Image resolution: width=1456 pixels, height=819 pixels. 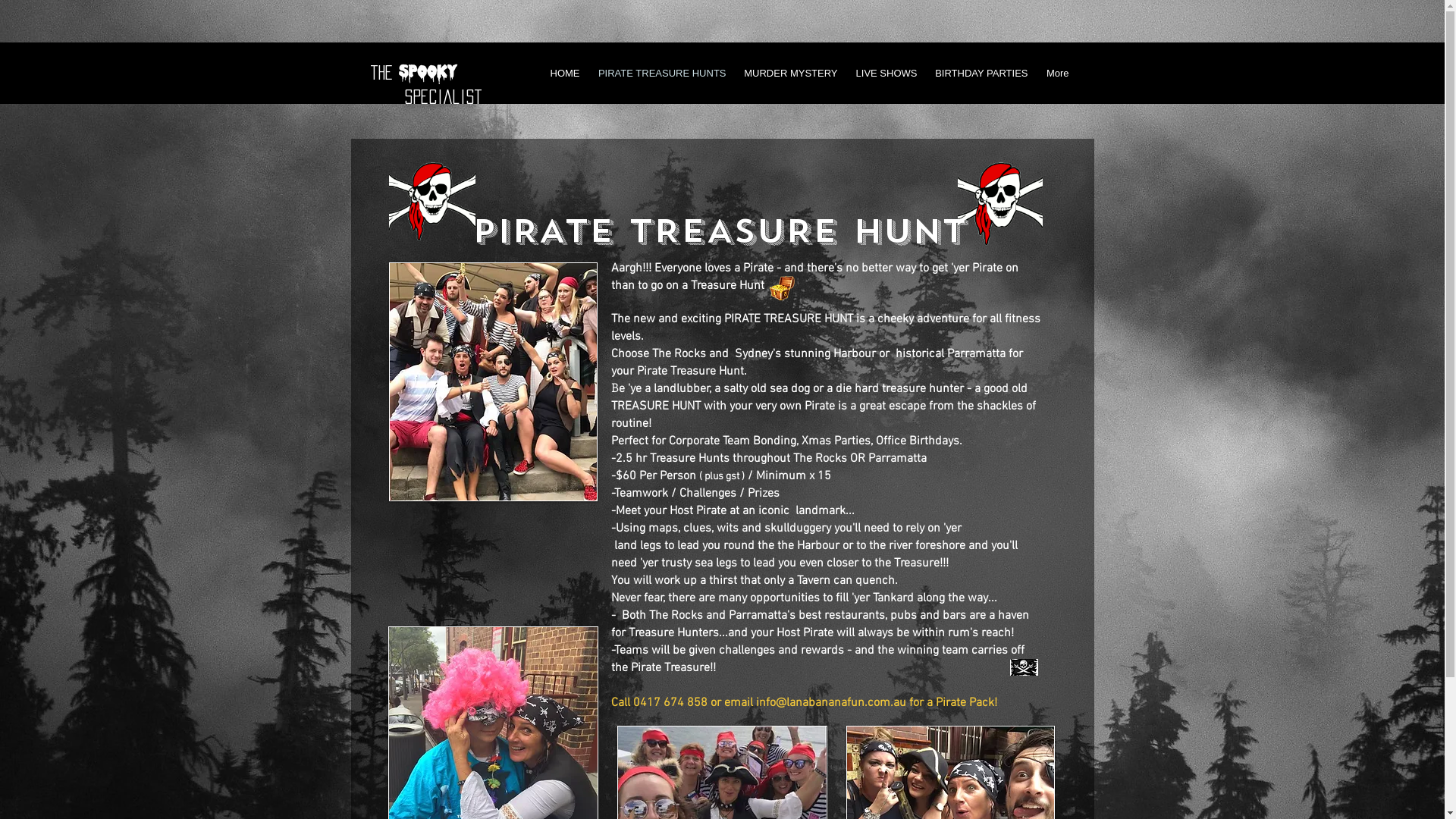 What do you see at coordinates (980, 73) in the screenshot?
I see `'BIRTHDAY PARTIES'` at bounding box center [980, 73].